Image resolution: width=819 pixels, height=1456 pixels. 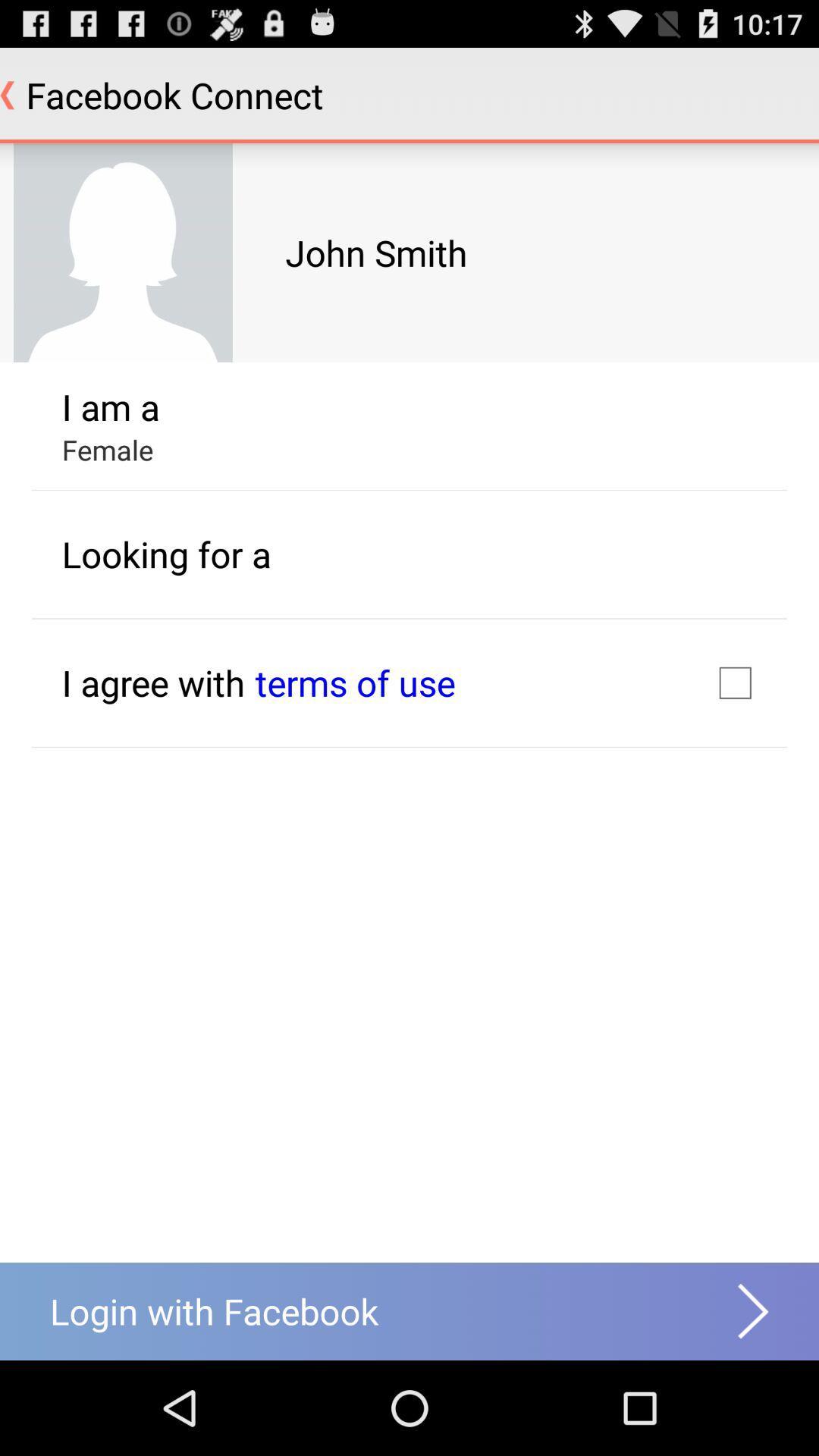 I want to click on icon next to i agree with item, so click(x=355, y=682).